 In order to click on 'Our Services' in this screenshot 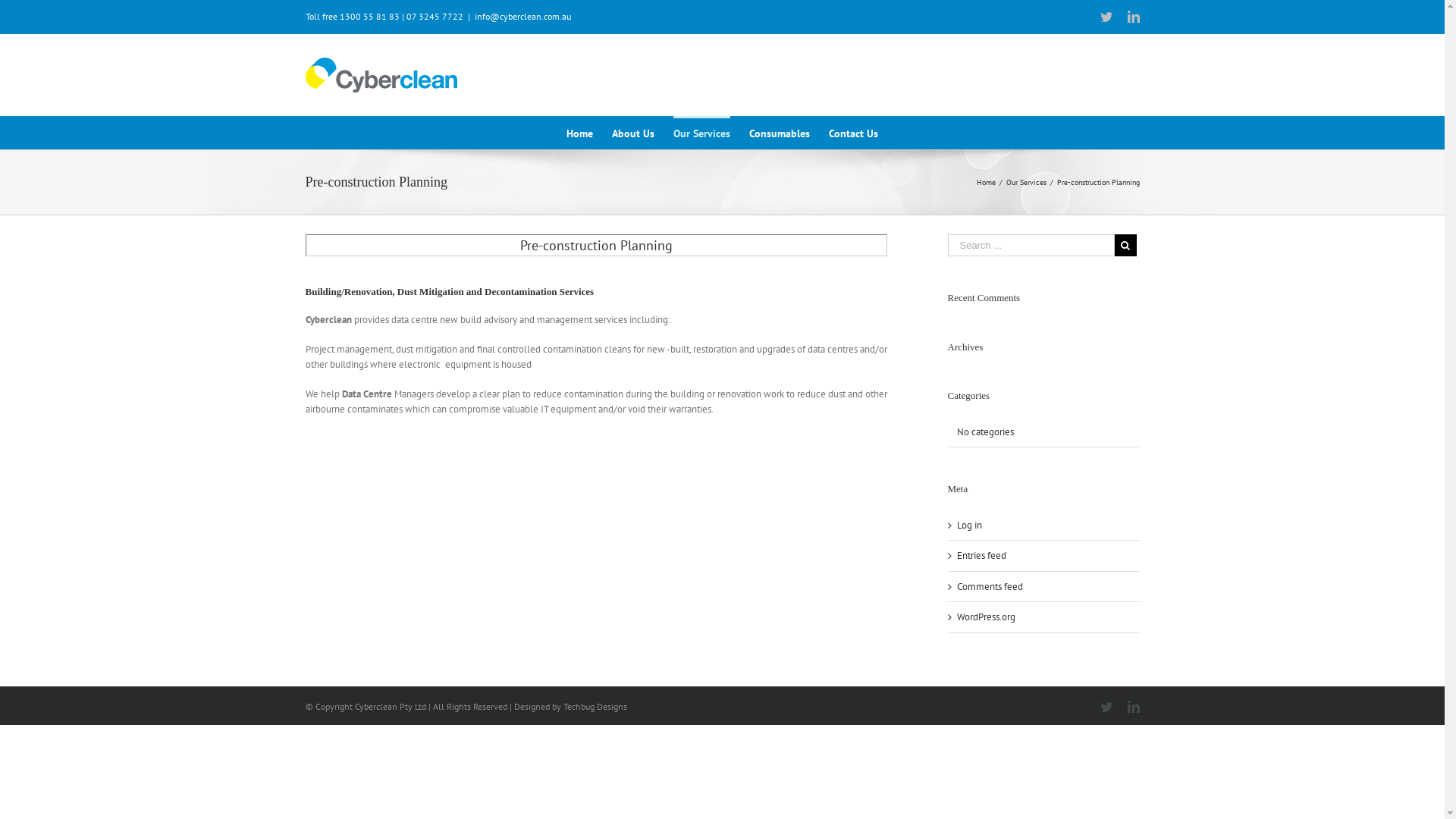, I will do `click(701, 131)`.